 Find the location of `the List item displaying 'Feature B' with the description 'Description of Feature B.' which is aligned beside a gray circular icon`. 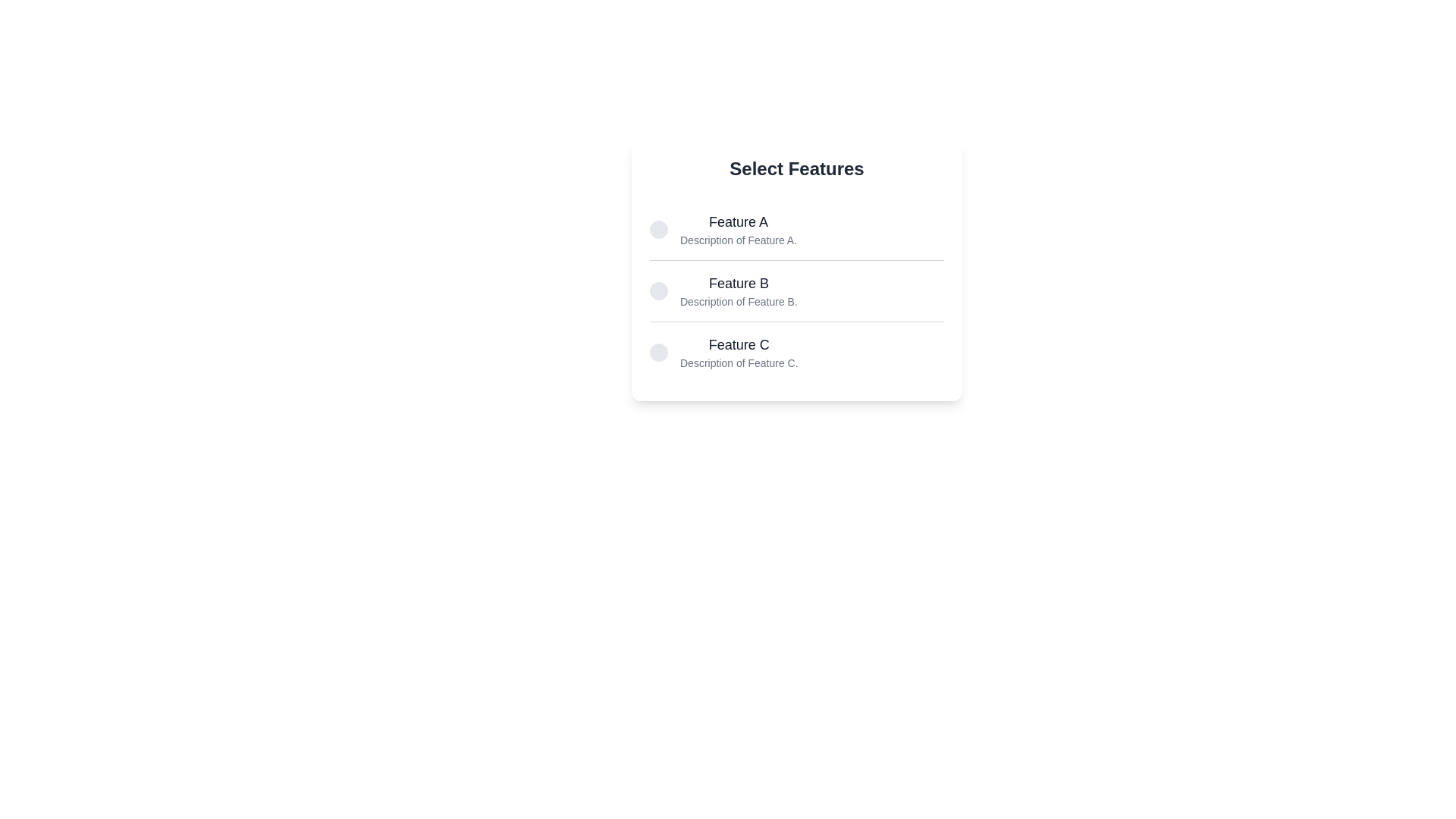

the List item displaying 'Feature B' with the description 'Description of Feature B.' which is aligned beside a gray circular icon is located at coordinates (723, 291).